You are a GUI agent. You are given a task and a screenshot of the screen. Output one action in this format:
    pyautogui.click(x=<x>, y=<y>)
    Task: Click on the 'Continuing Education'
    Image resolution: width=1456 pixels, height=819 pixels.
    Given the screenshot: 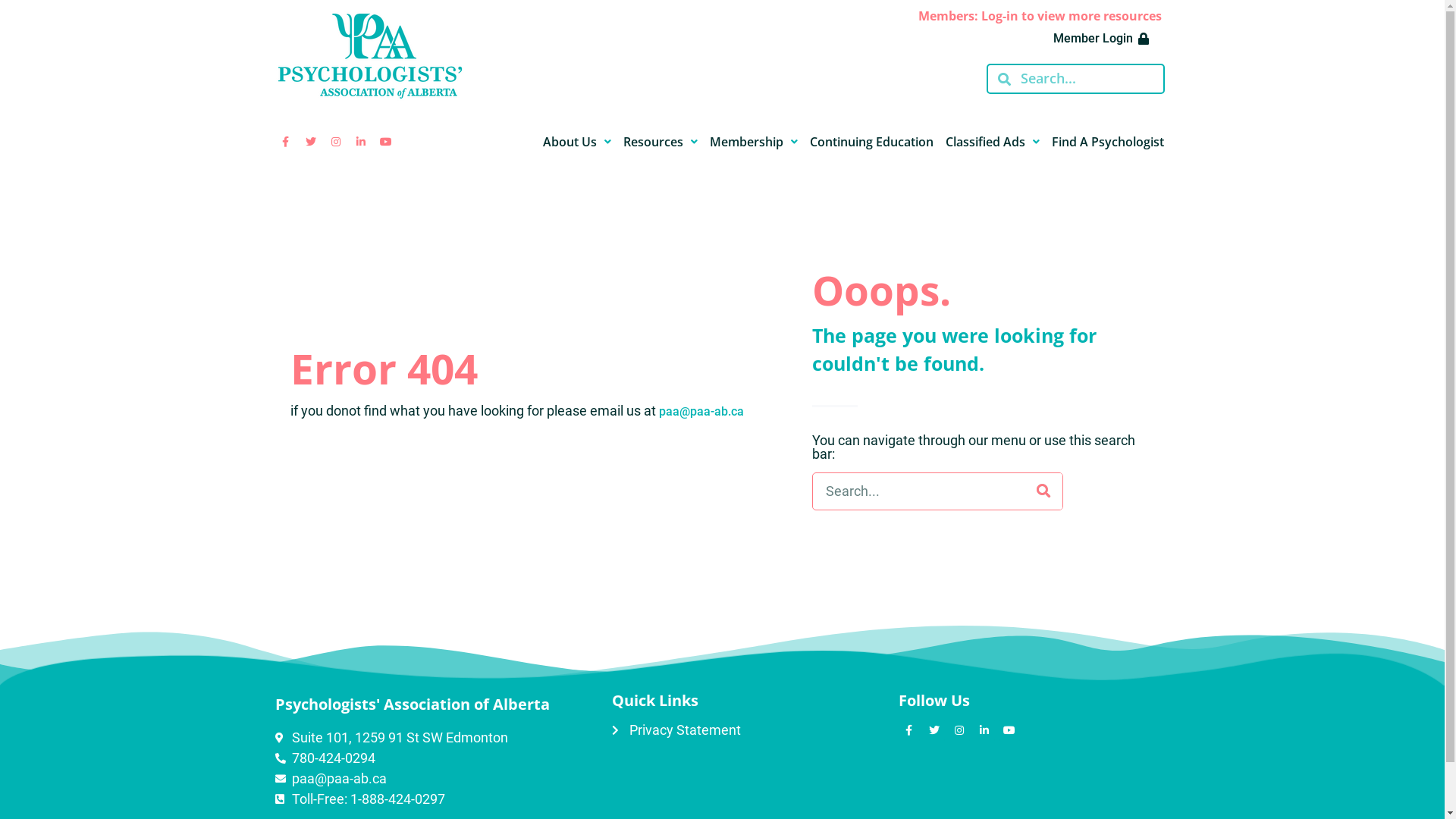 What is the action you would take?
    pyautogui.click(x=803, y=141)
    